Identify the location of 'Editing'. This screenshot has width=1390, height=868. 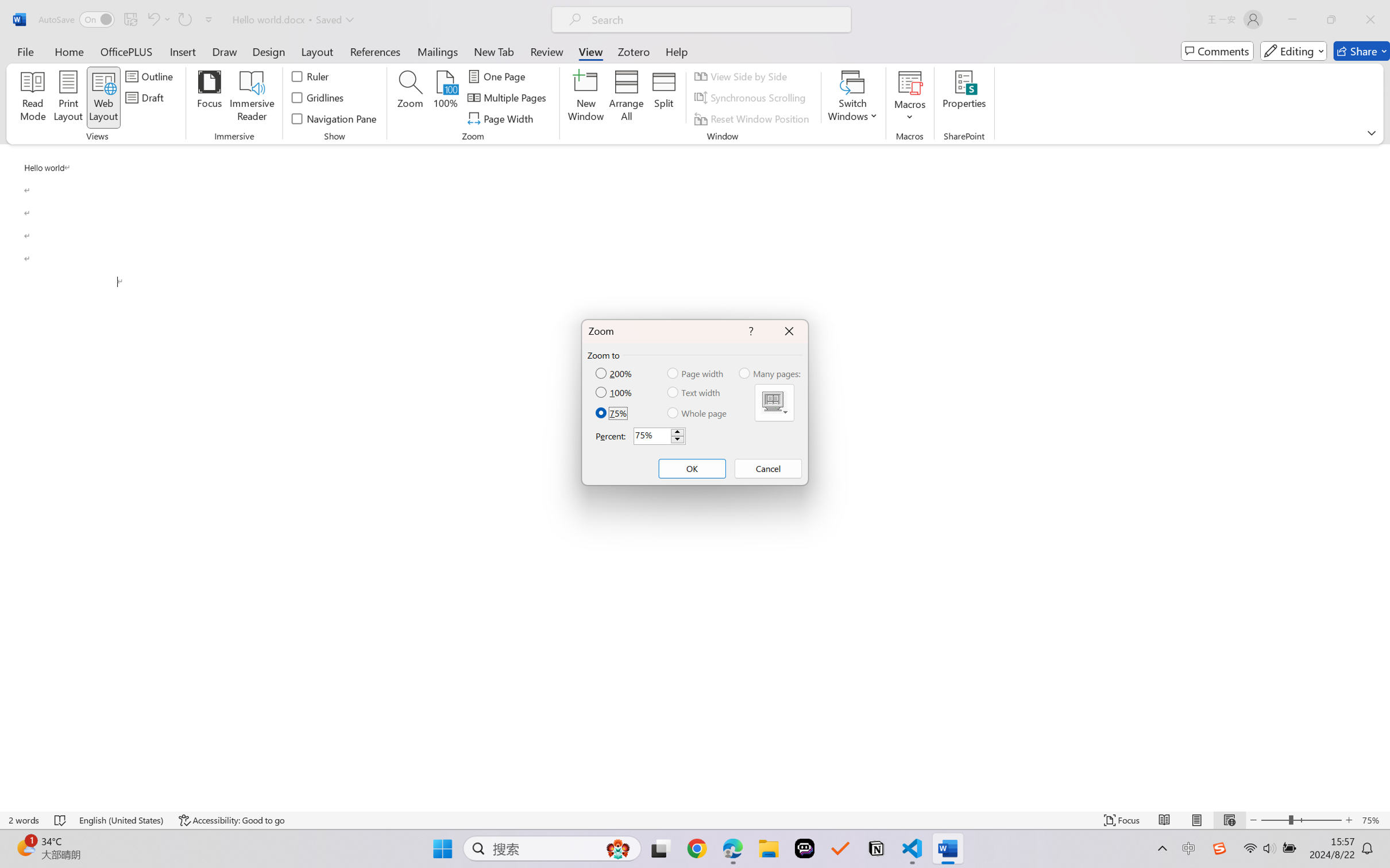
(1294, 51).